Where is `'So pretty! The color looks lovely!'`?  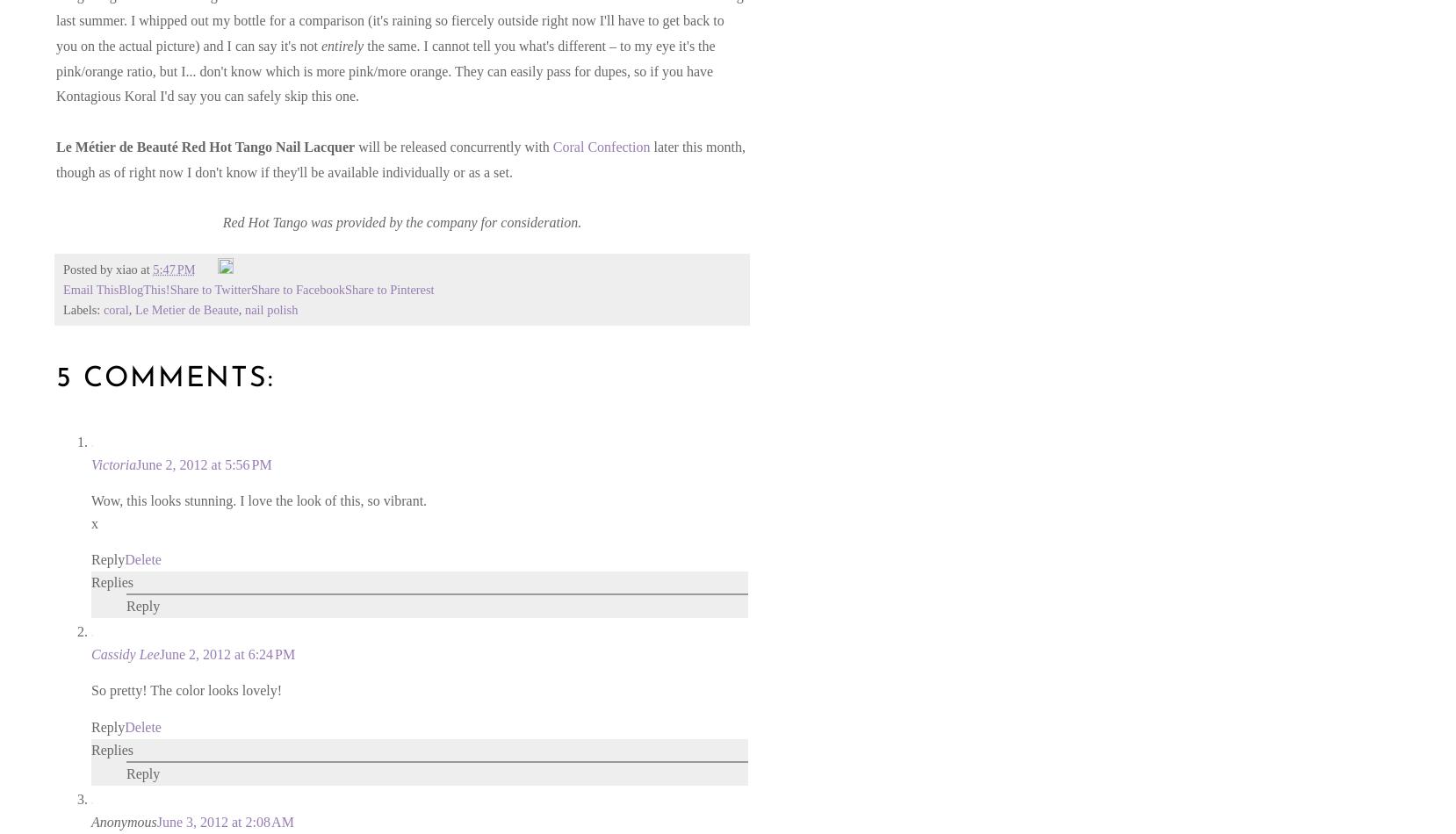 'So pretty! The color looks lovely!' is located at coordinates (186, 689).